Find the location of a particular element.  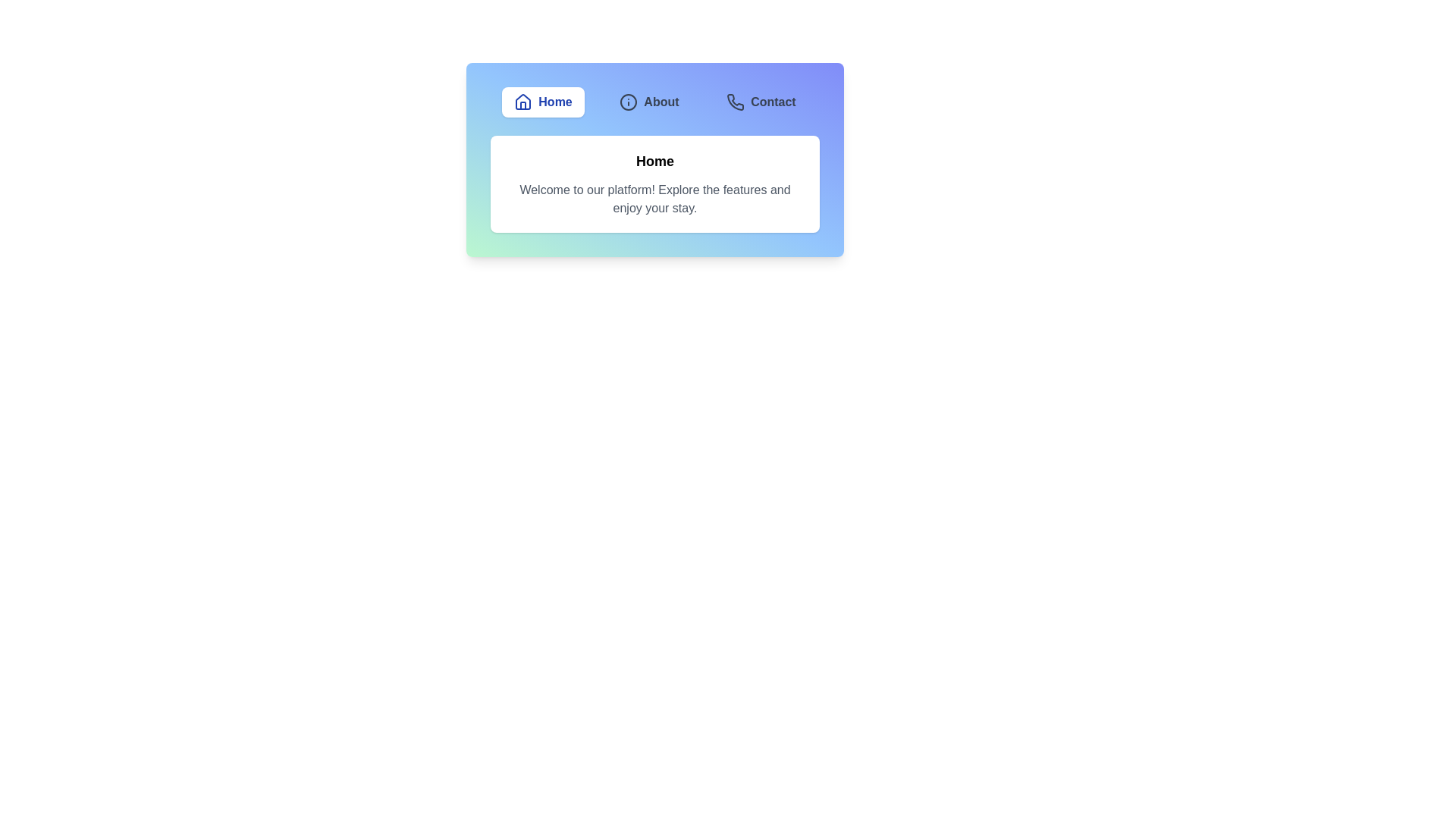

the About tab to navigate to it is located at coordinates (649, 102).